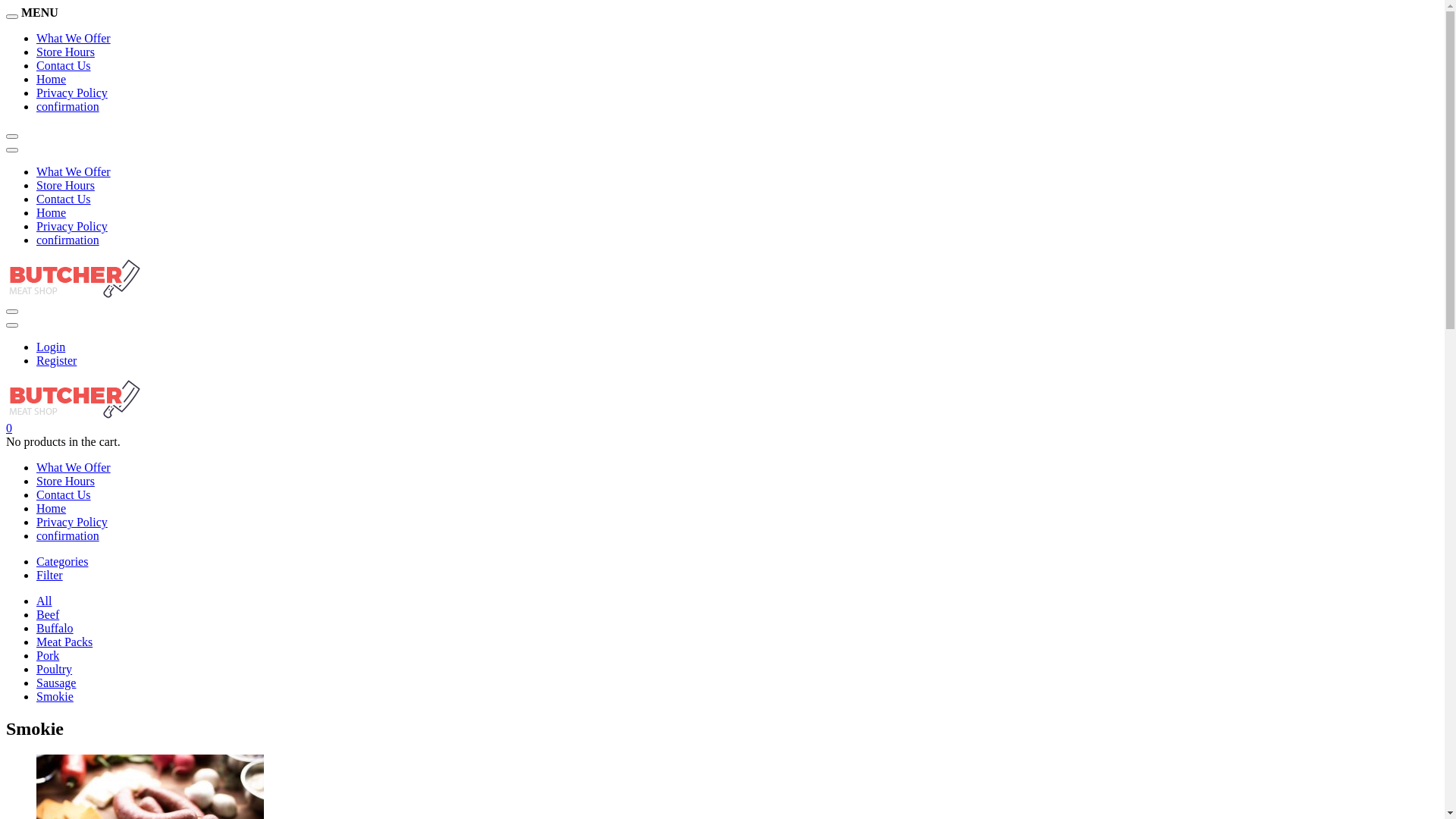  I want to click on 'Buffalo', so click(55, 628).